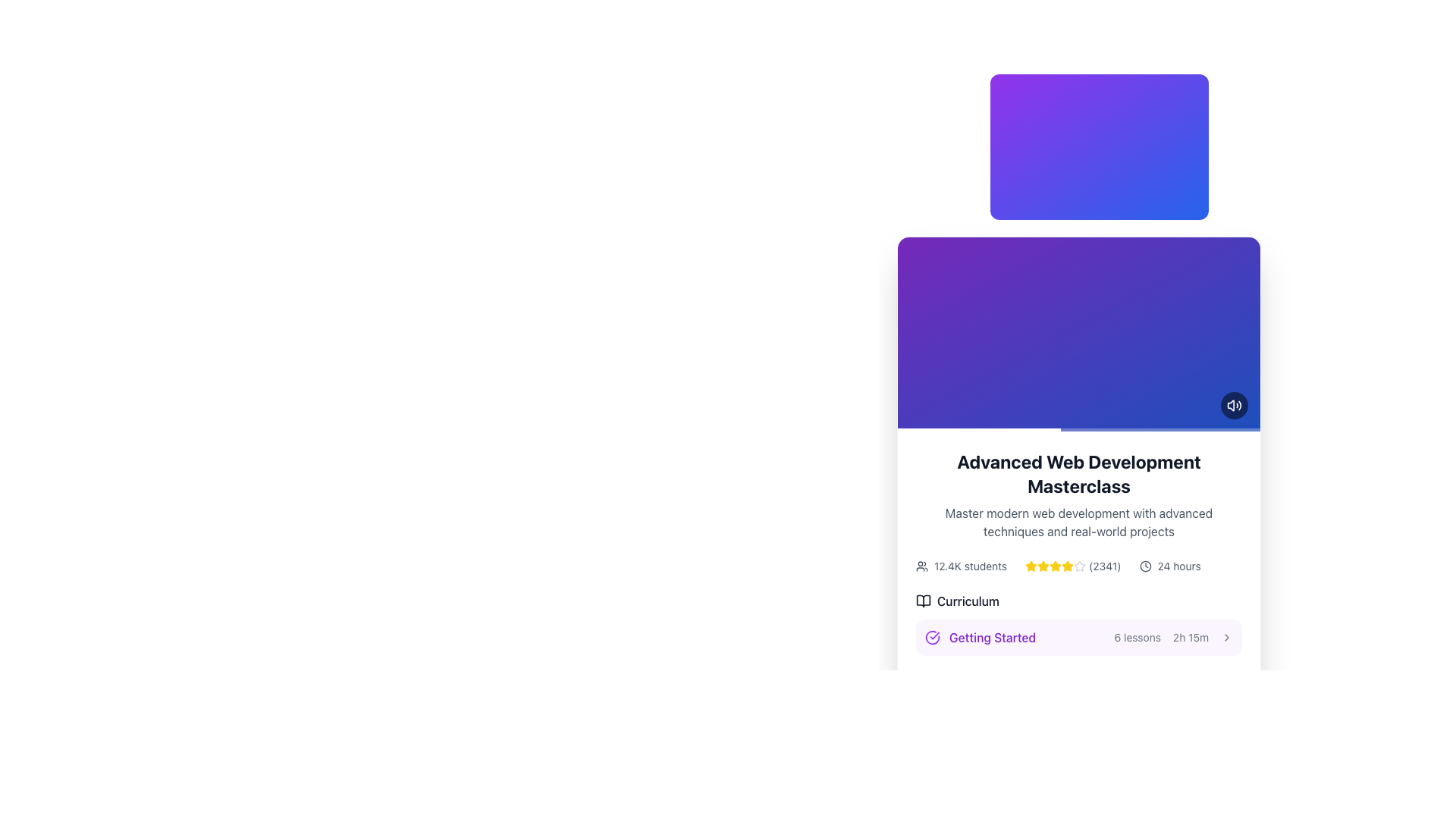  I want to click on the second star icon in the five-star rating system located below the course title, so click(1043, 566).